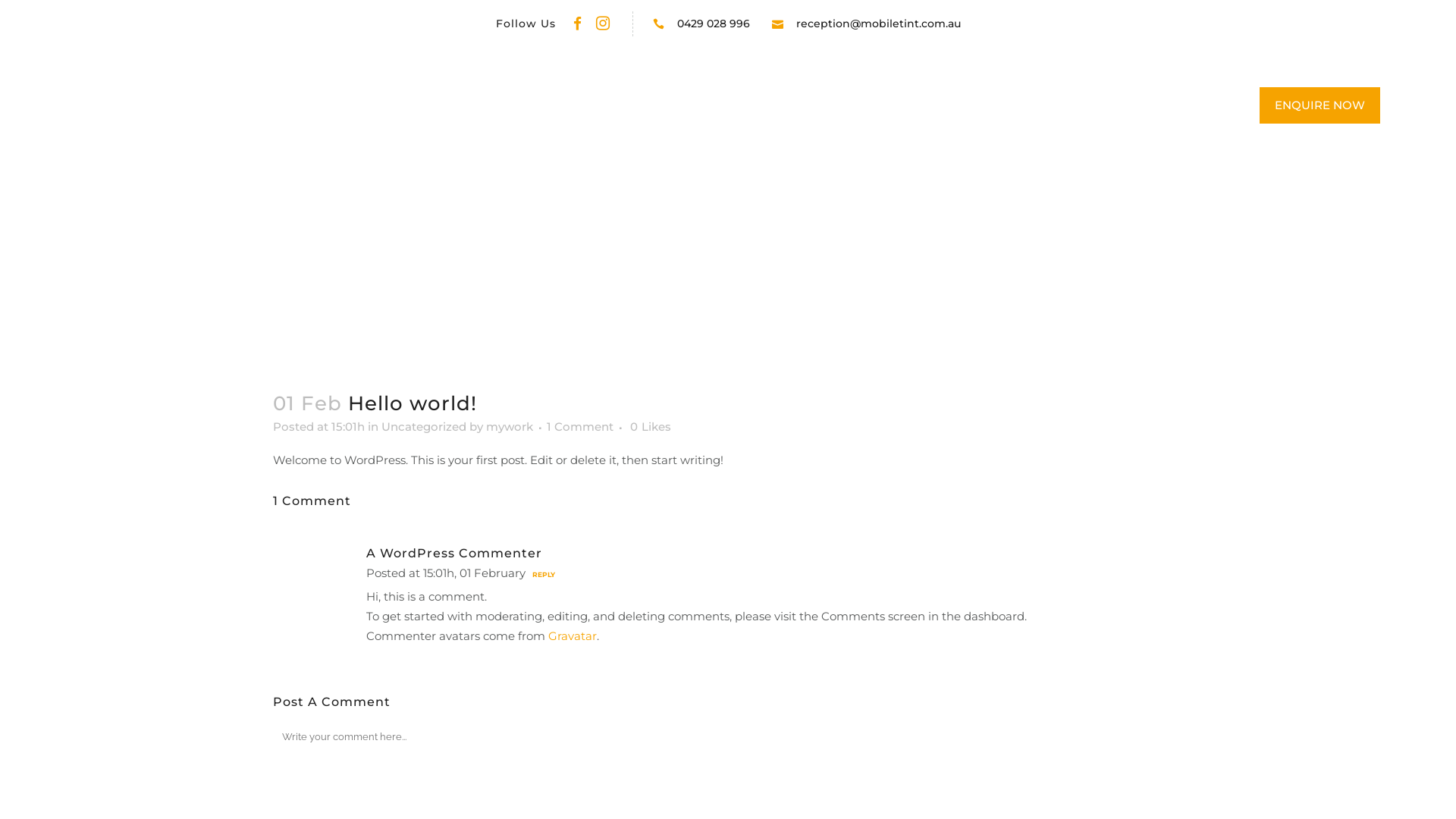 The height and width of the screenshot is (819, 1456). I want to click on 'Why Us?', so click(683, 105).